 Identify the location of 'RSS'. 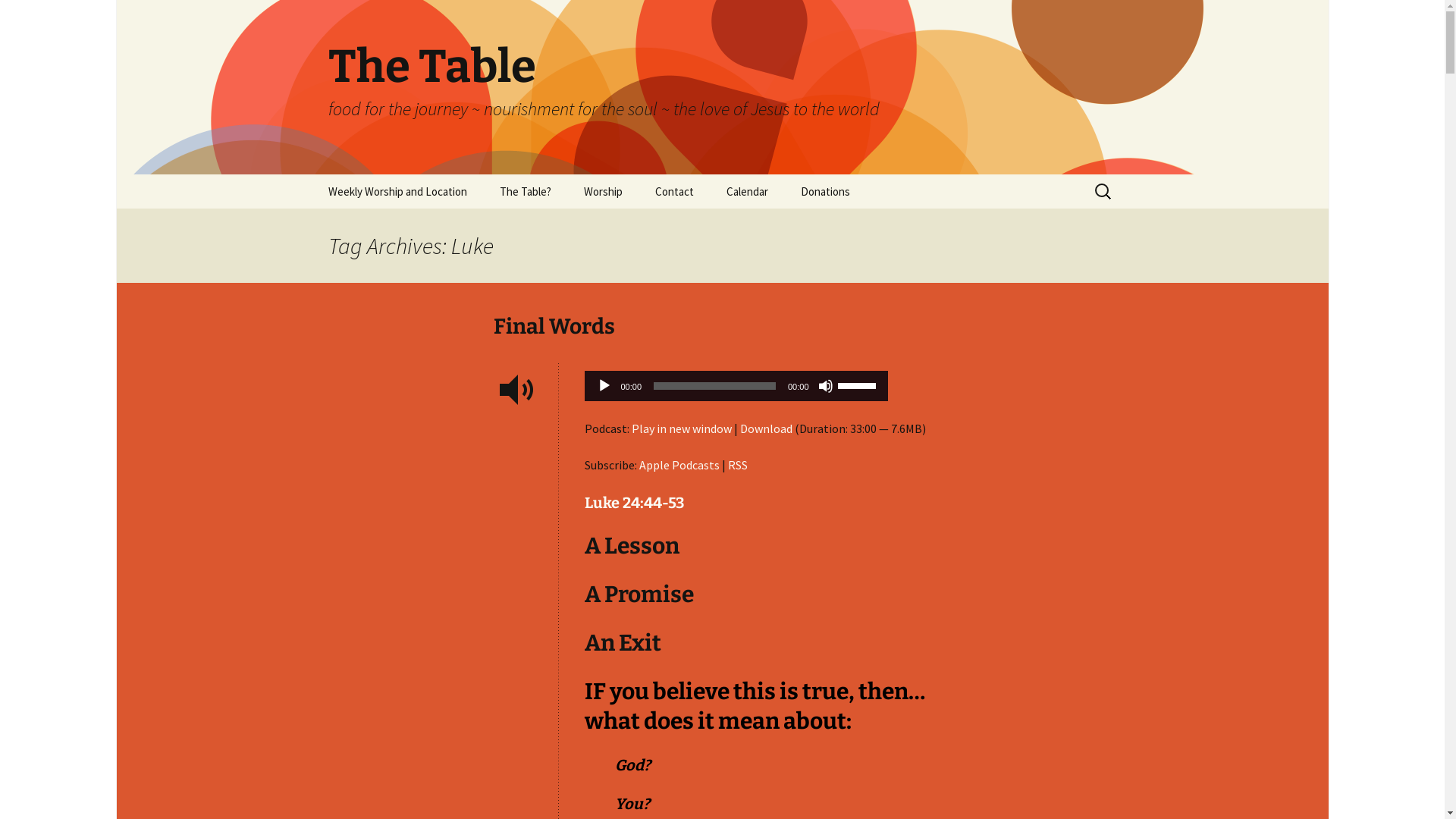
(738, 464).